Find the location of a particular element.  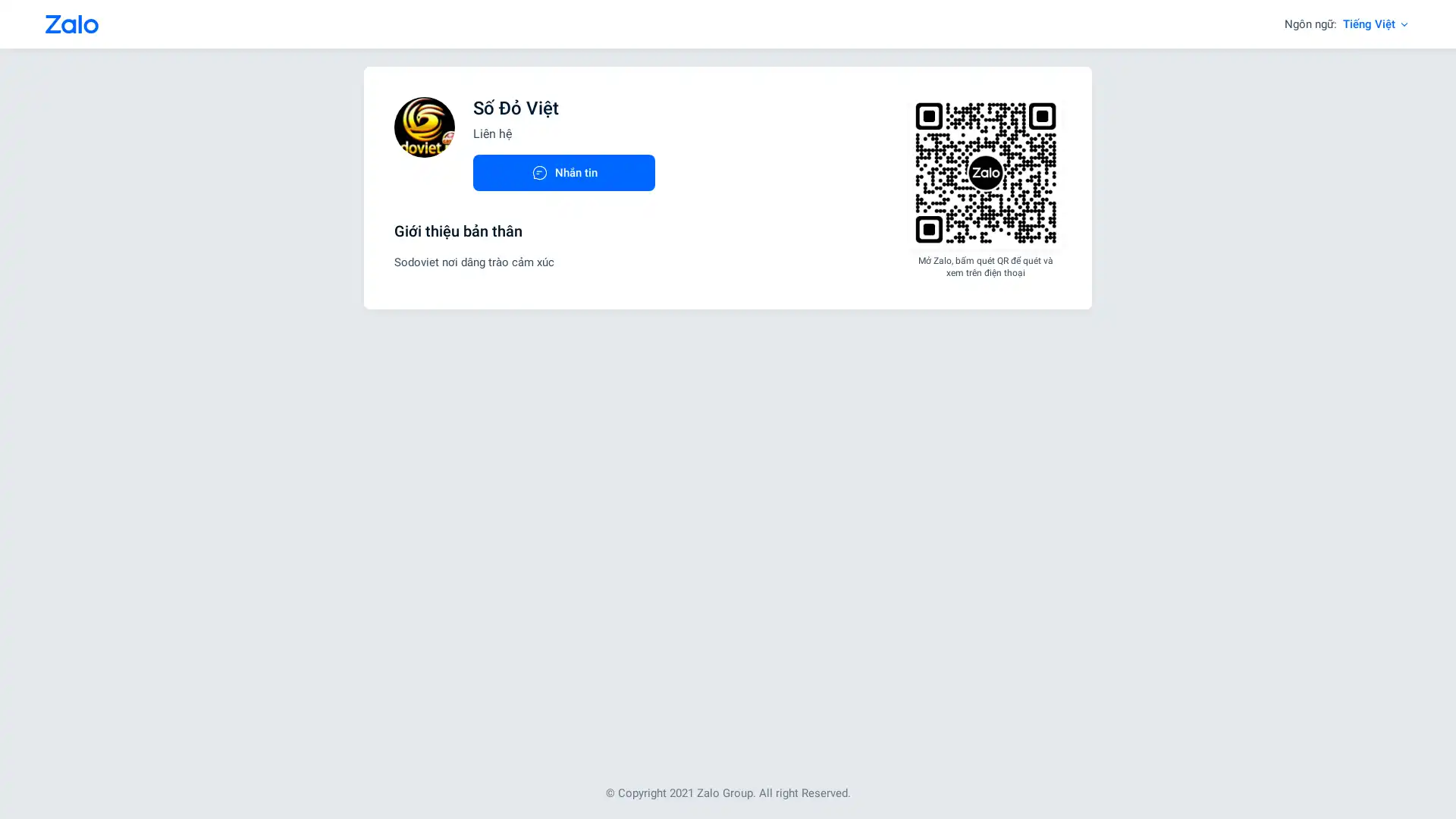

Nhan tin is located at coordinates (563, 171).